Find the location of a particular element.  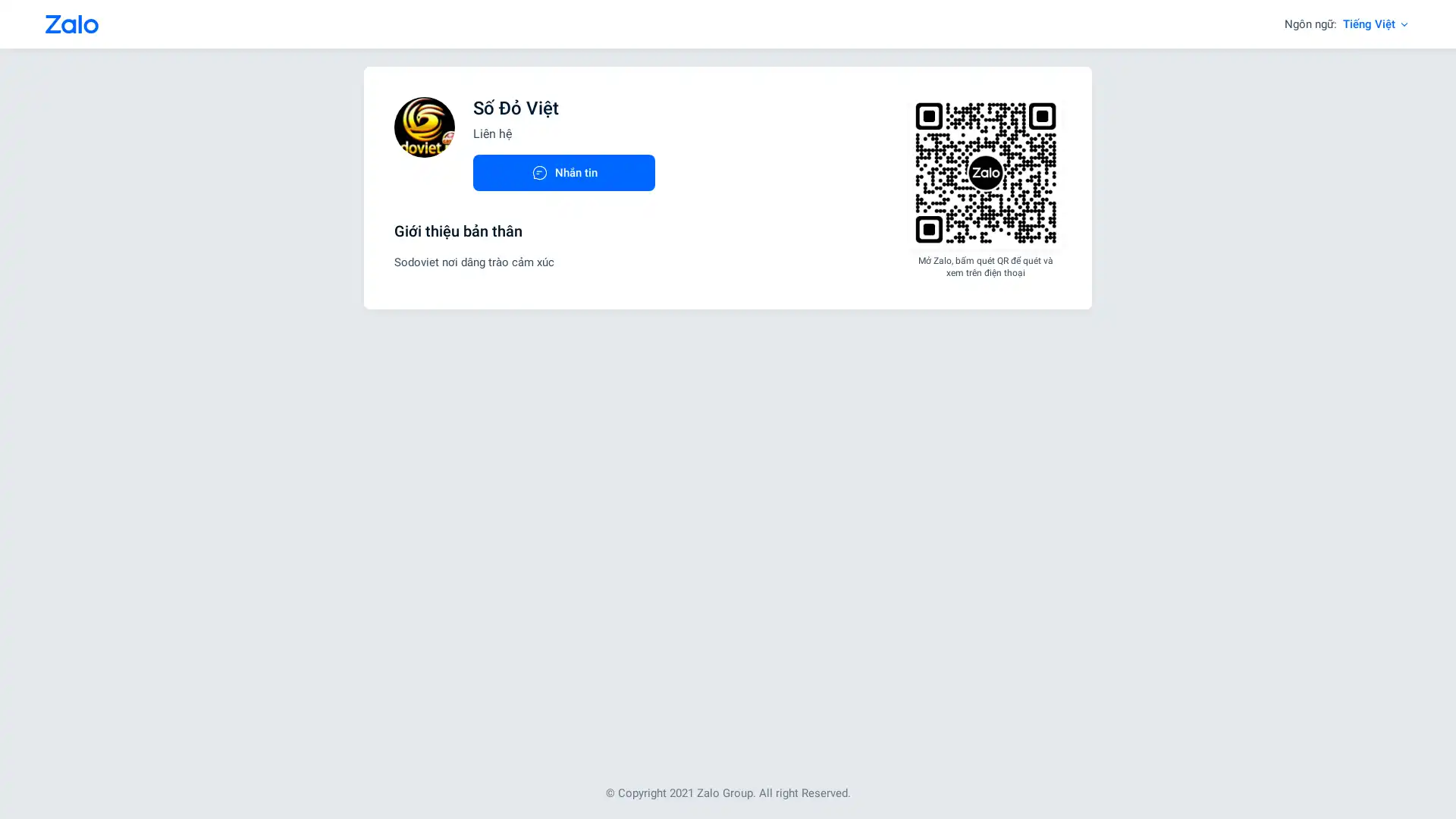

Nhan tin is located at coordinates (563, 171).